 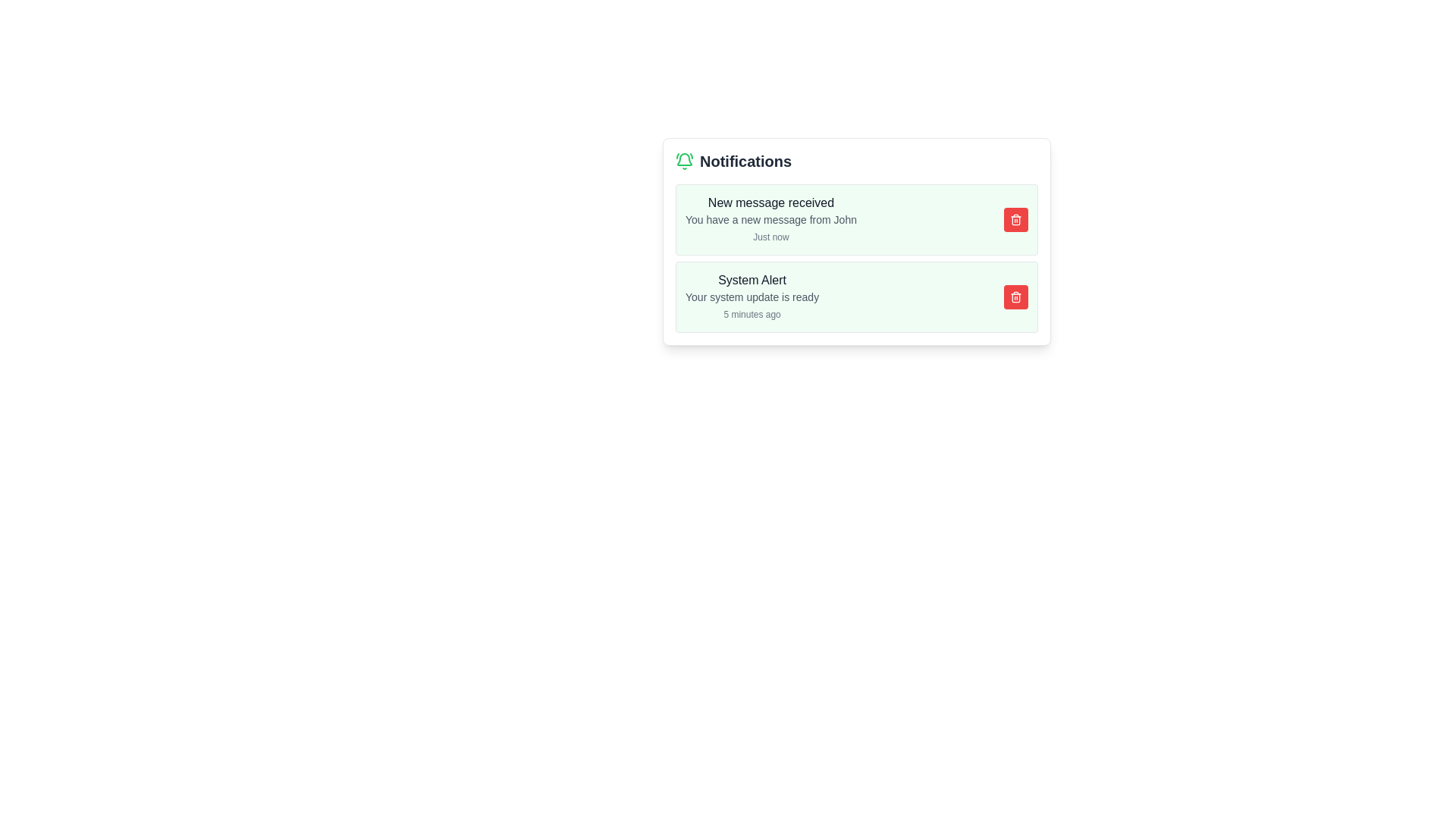 I want to click on the notification bell icon, which is styled with a green outline and sound wave strokes, located in the title bar labeled 'Notifications', so click(x=683, y=161).